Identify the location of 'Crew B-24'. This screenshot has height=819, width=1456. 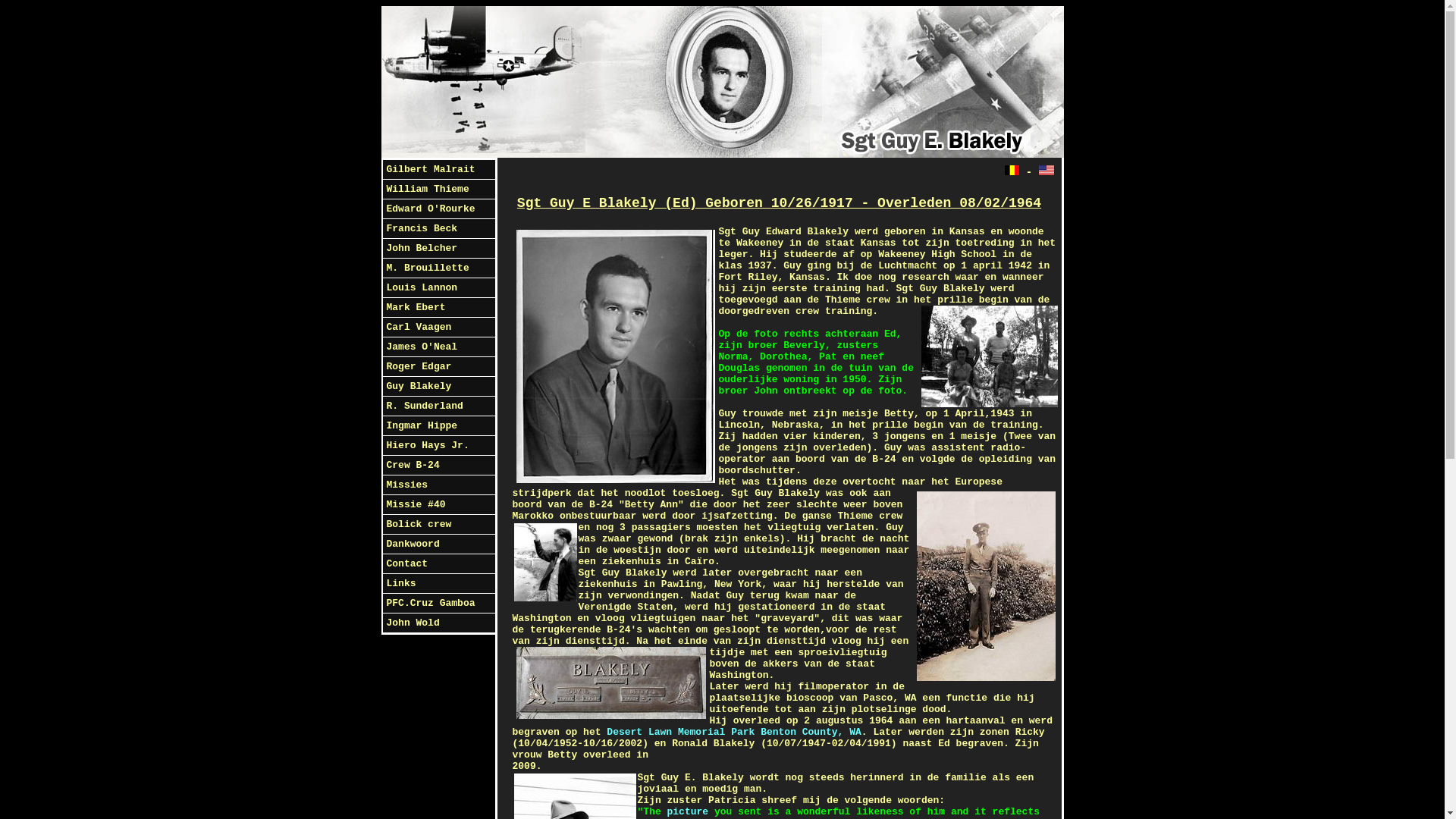
(437, 464).